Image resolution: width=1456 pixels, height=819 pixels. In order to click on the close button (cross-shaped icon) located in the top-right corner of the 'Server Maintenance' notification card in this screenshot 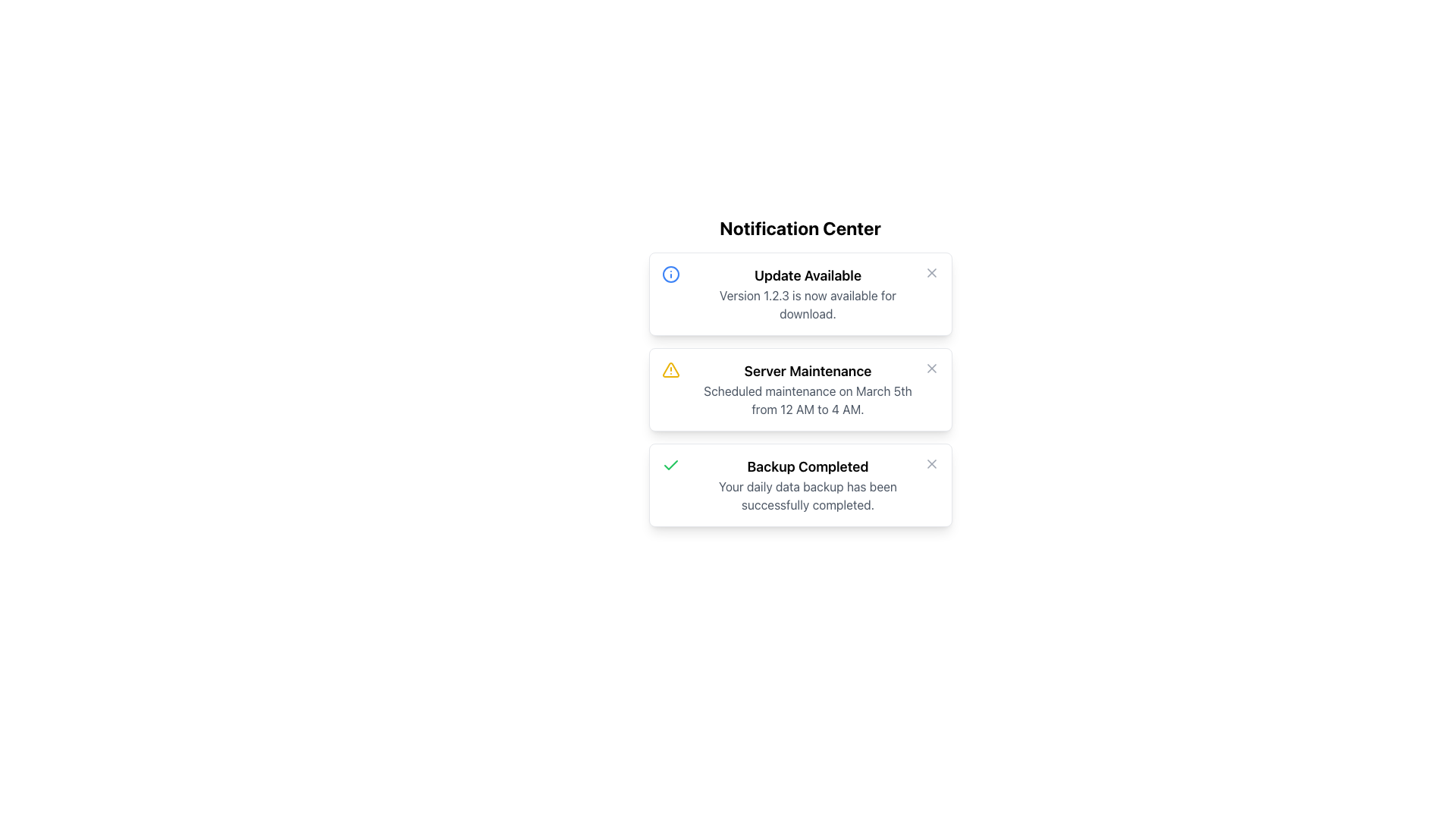, I will do `click(930, 369)`.